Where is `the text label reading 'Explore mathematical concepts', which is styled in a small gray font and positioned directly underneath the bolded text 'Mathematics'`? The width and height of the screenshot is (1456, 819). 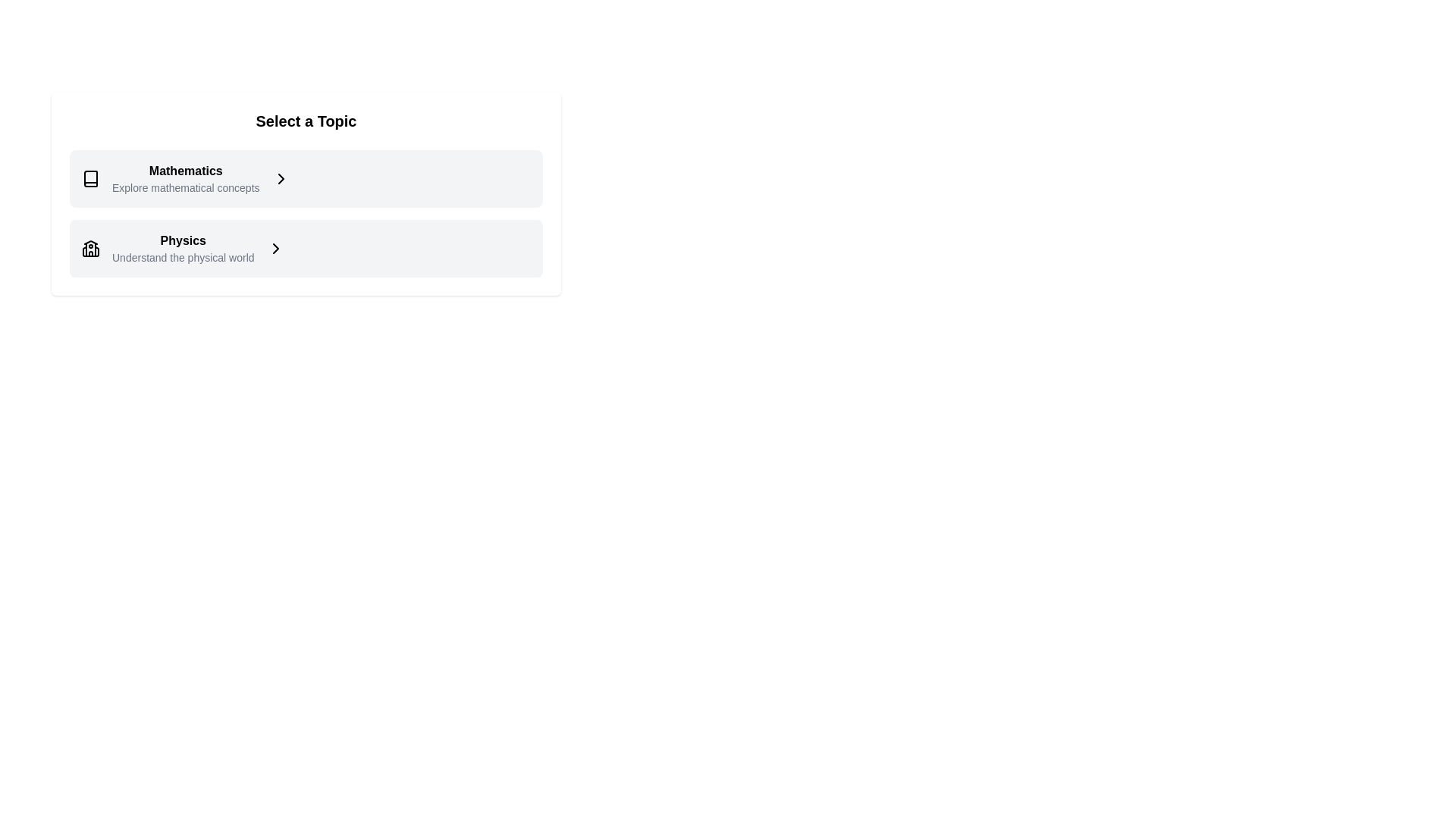 the text label reading 'Explore mathematical concepts', which is styled in a small gray font and positioned directly underneath the bolded text 'Mathematics' is located at coordinates (185, 187).